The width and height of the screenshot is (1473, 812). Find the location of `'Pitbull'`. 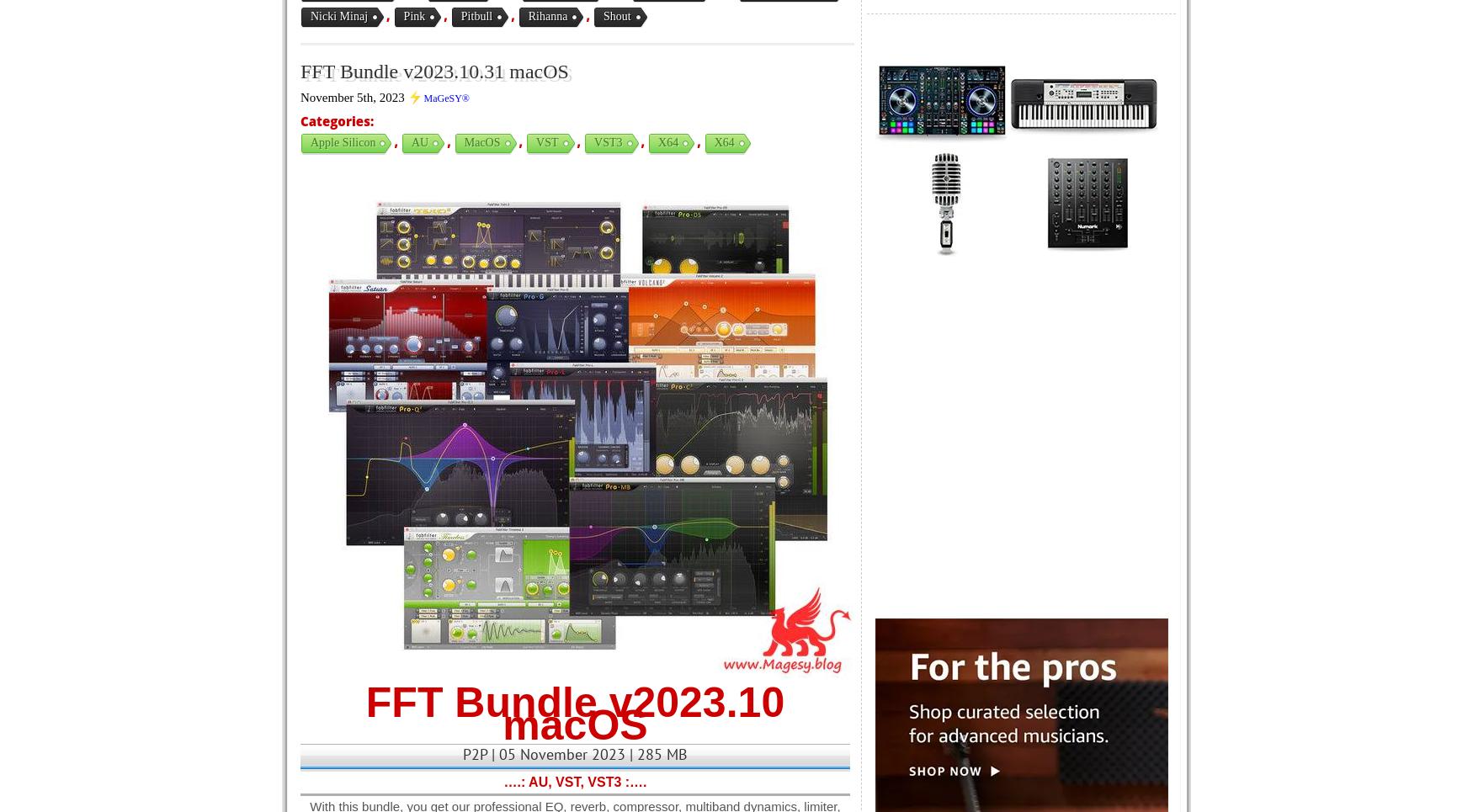

'Pitbull' is located at coordinates (476, 15).